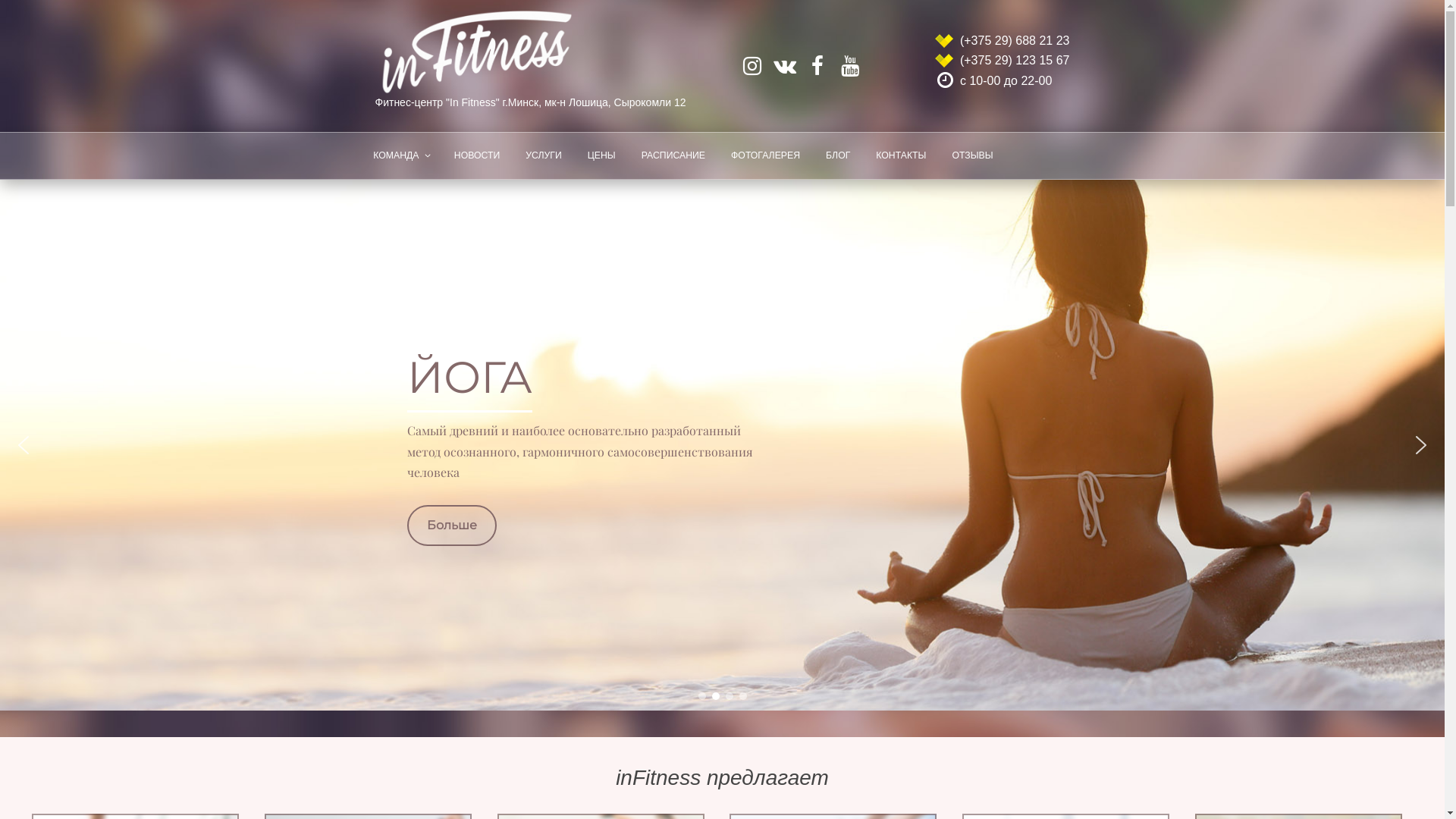 Image resolution: width=1456 pixels, height=819 pixels. I want to click on 'instagram.com/infitnessby', so click(735, 65).